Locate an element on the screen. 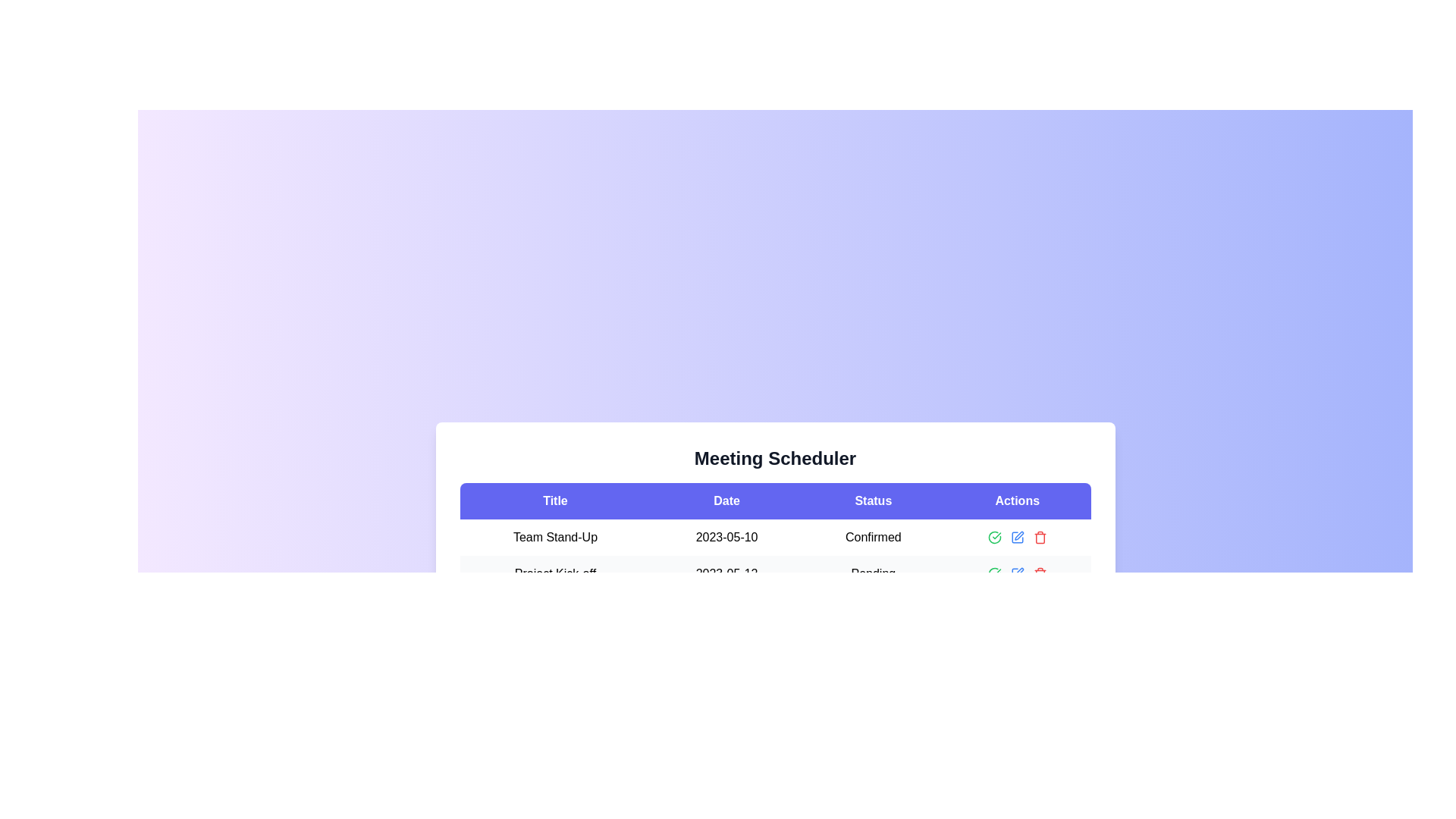 The height and width of the screenshot is (819, 1456). the blue edit button icon, which features a pen icon and is the second interactive option in the action column of the table is located at coordinates (1017, 537).